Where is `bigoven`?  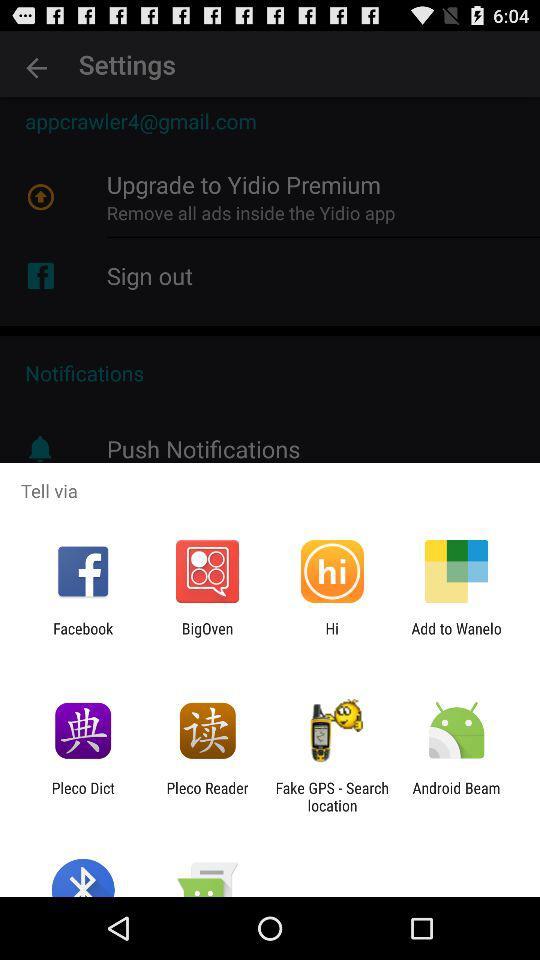 bigoven is located at coordinates (206, 636).